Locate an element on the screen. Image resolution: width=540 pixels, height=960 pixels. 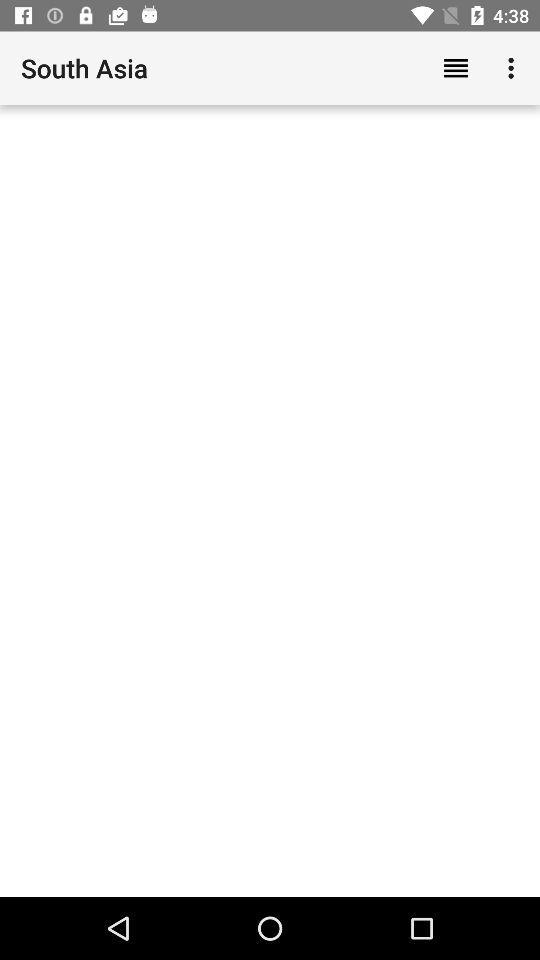
icon to the right of the south asia is located at coordinates (455, 68).